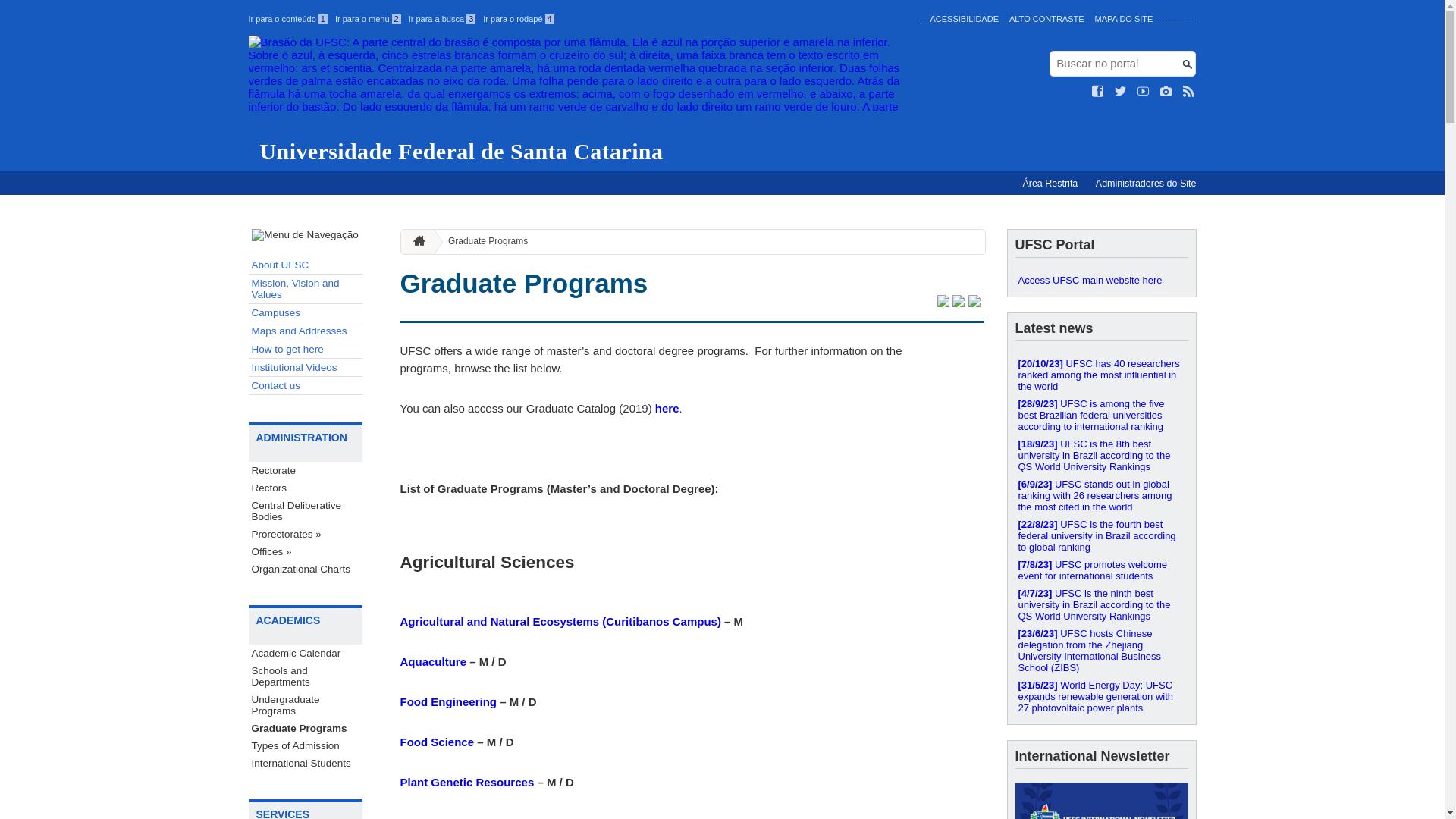  I want to click on 'Rectorate', so click(305, 469).